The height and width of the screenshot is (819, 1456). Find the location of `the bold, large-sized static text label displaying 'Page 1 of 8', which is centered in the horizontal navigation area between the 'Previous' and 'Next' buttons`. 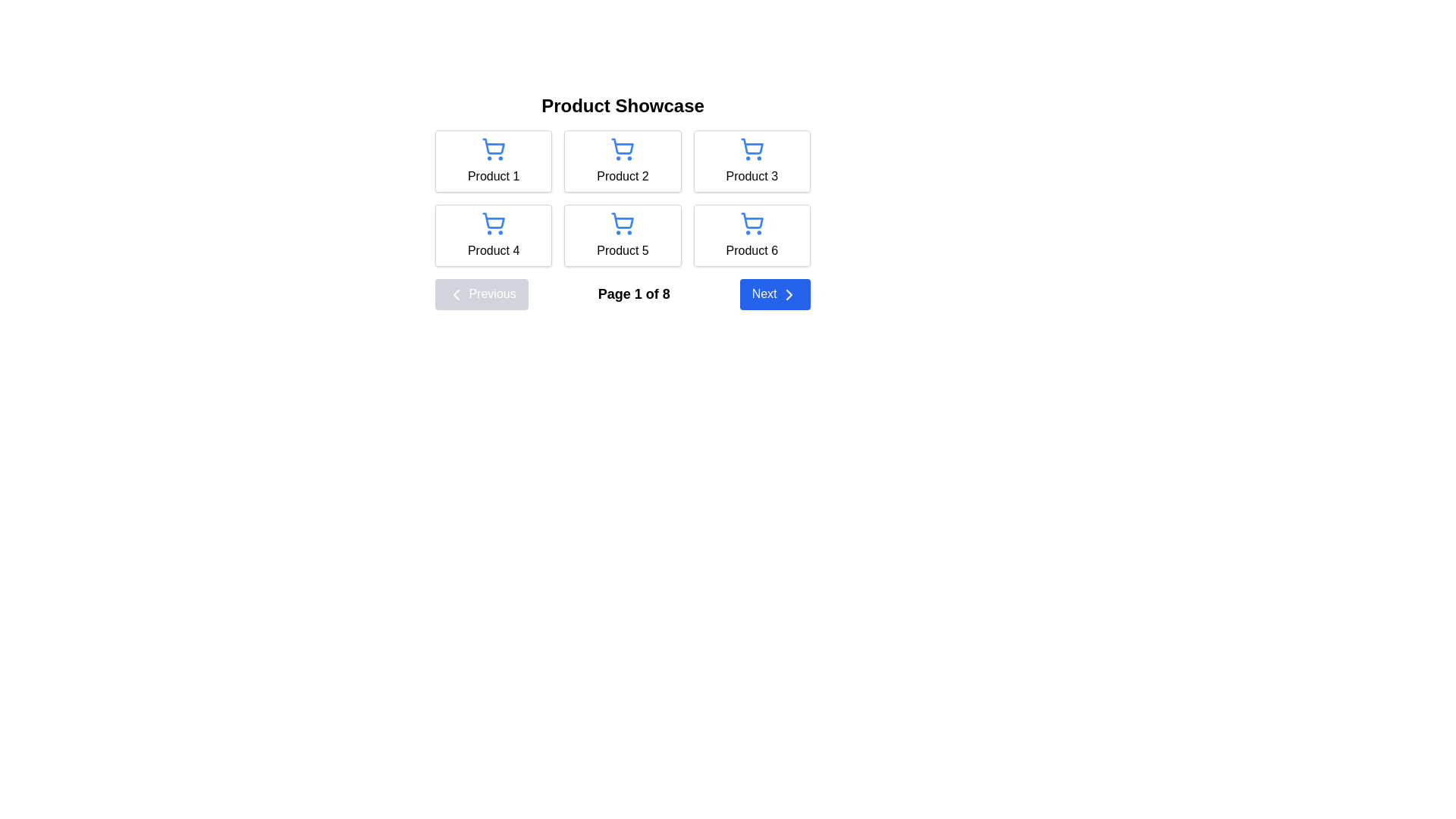

the bold, large-sized static text label displaying 'Page 1 of 8', which is centered in the horizontal navigation area between the 'Previous' and 'Next' buttons is located at coordinates (634, 294).